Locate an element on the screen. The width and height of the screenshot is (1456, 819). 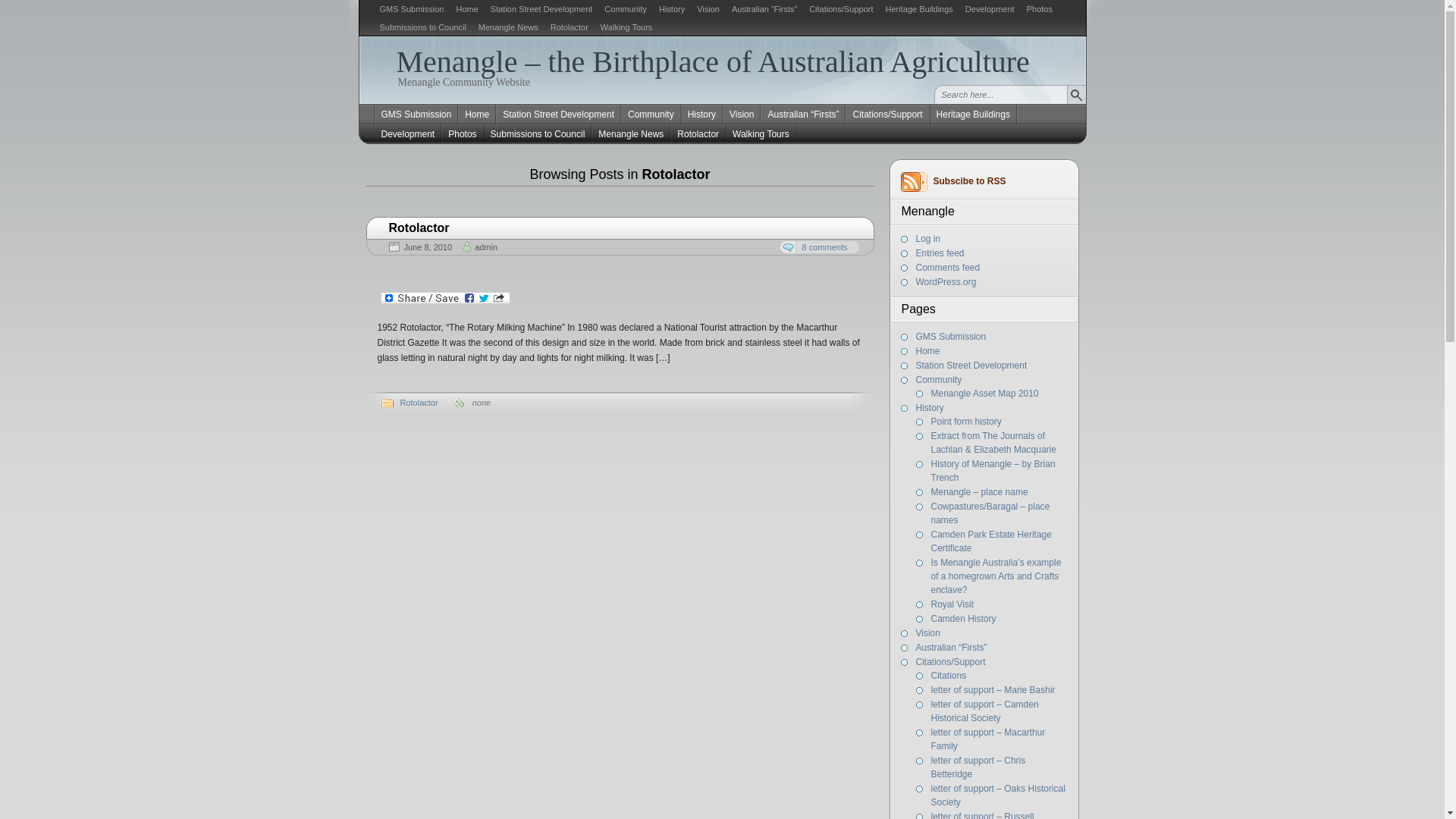
'8 comments' is located at coordinates (818, 246).